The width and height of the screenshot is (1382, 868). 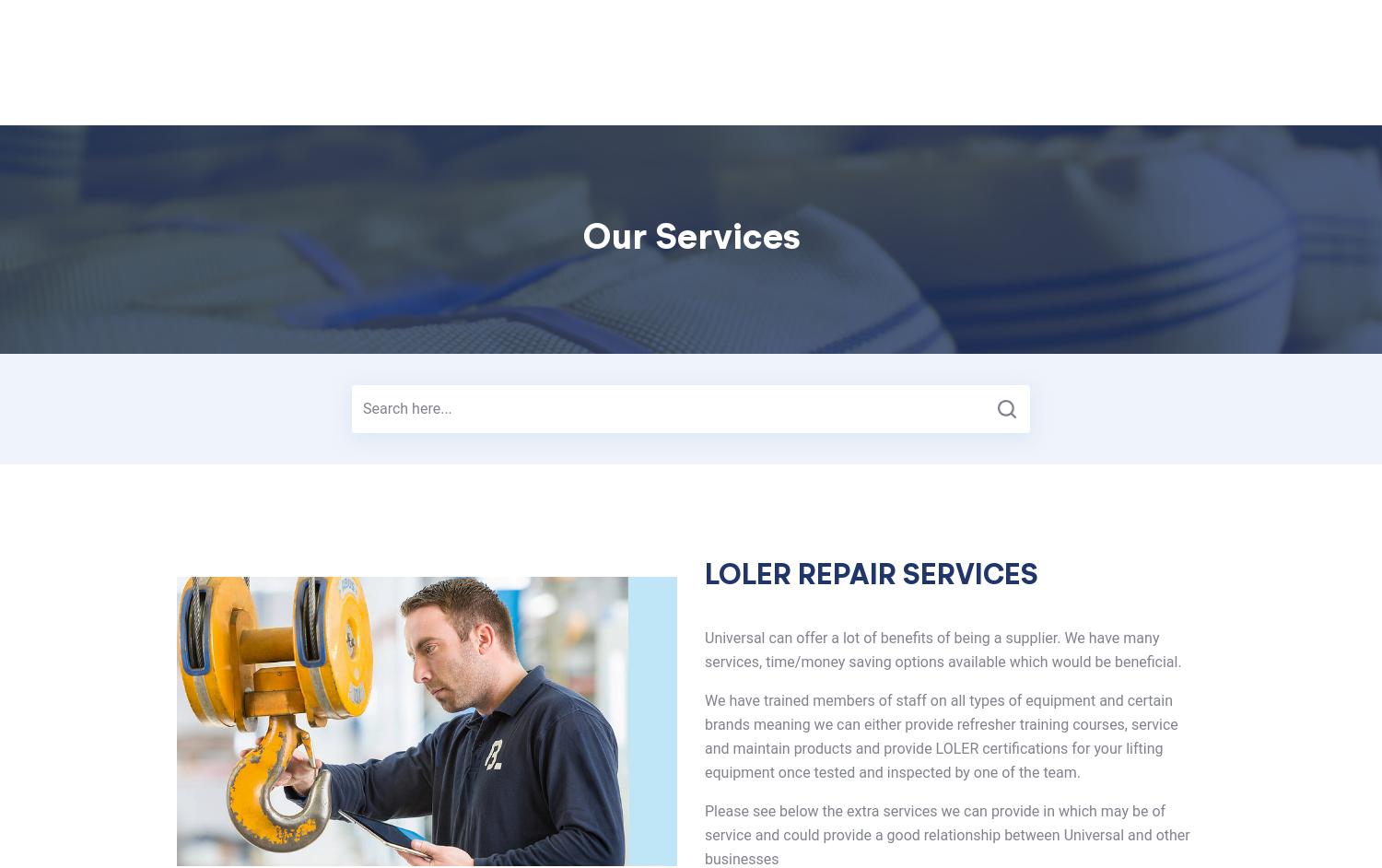 I want to click on 'Services', so click(x=539, y=86).